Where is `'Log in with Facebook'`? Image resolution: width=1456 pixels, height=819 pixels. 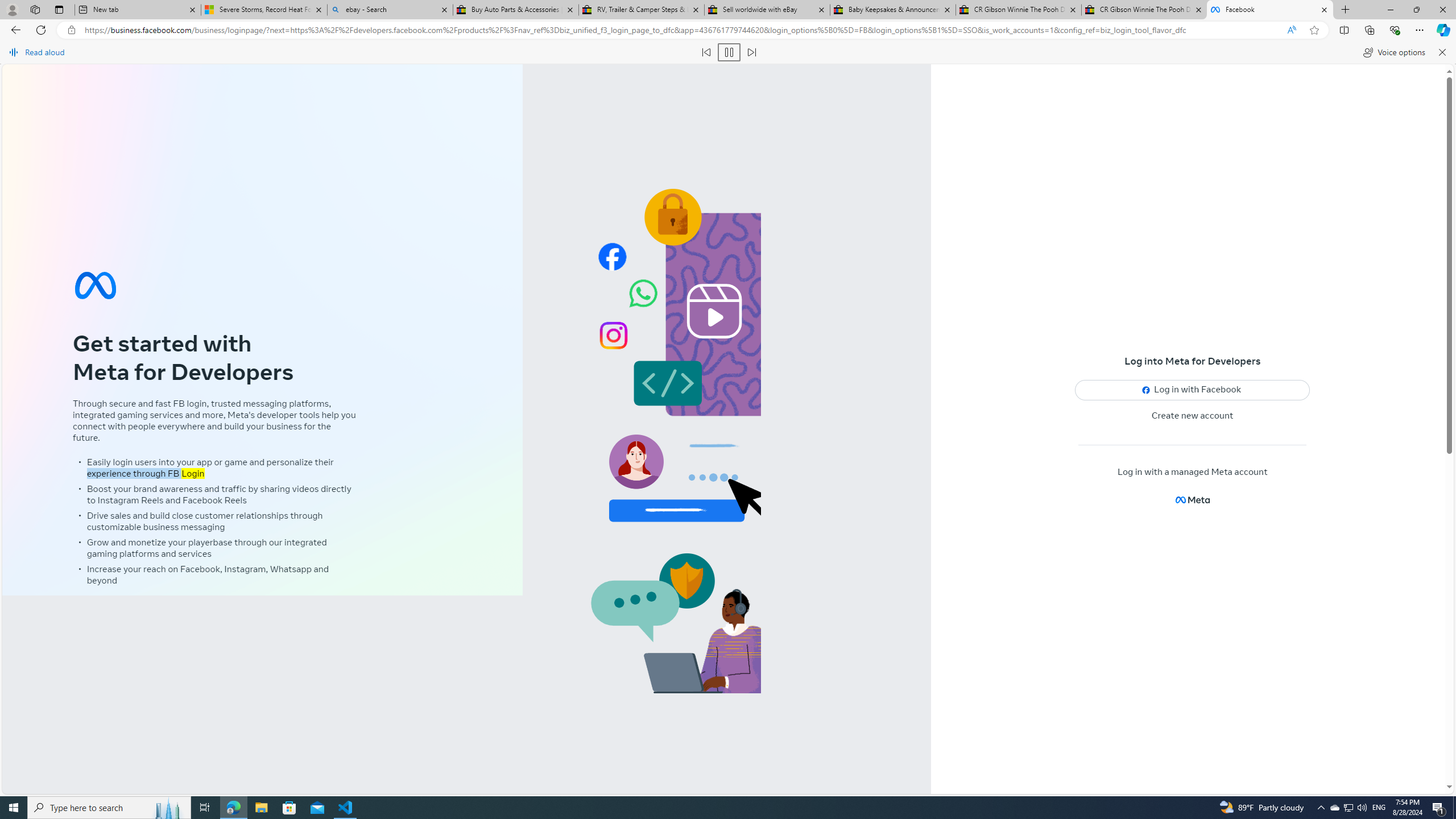
'Log in with Facebook' is located at coordinates (1192, 390).